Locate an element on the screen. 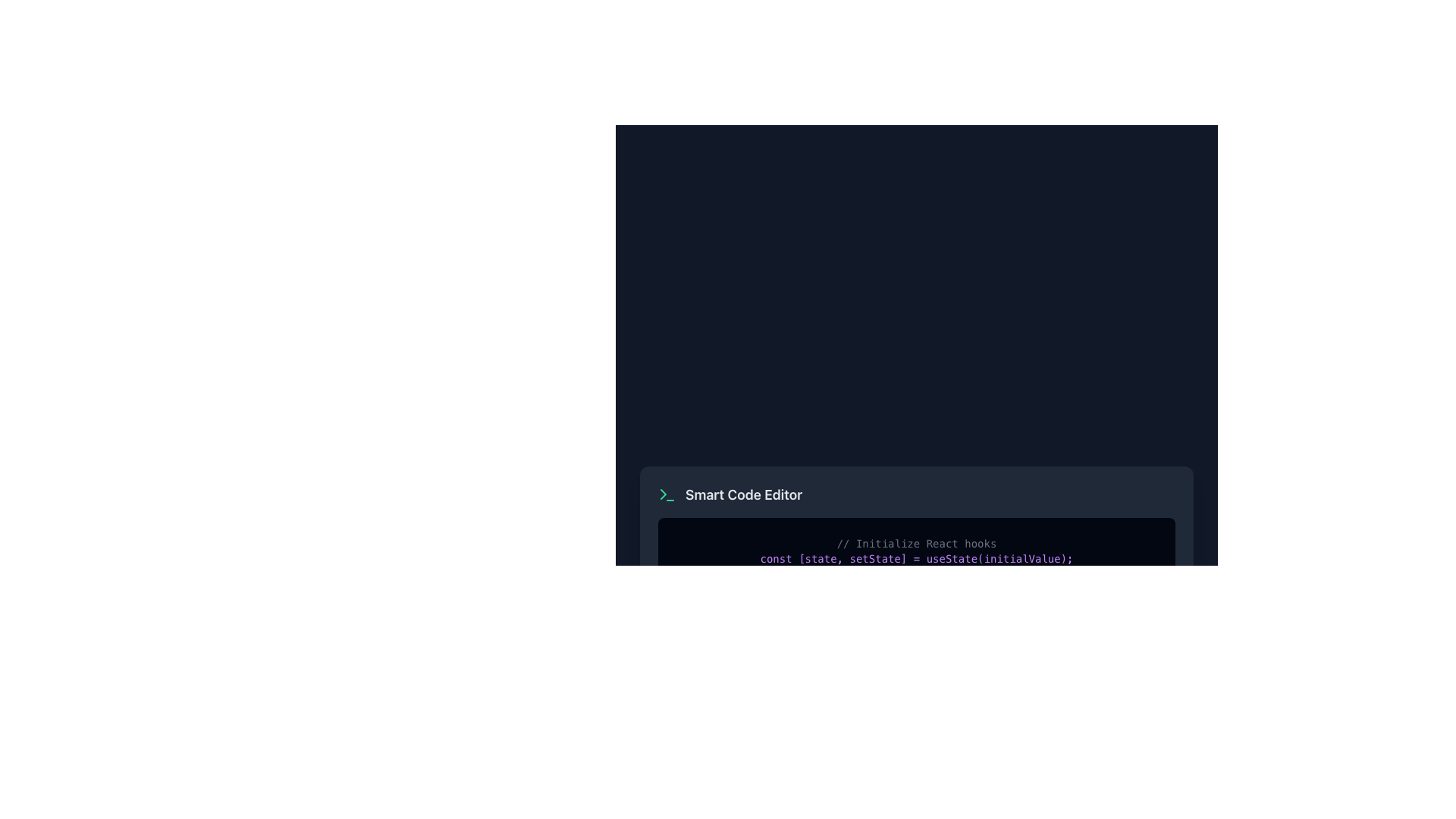  the Code Display Block titled 'Smart Code Editor', which features a dark background and a code snippet with syntax highlighting is located at coordinates (916, 534).